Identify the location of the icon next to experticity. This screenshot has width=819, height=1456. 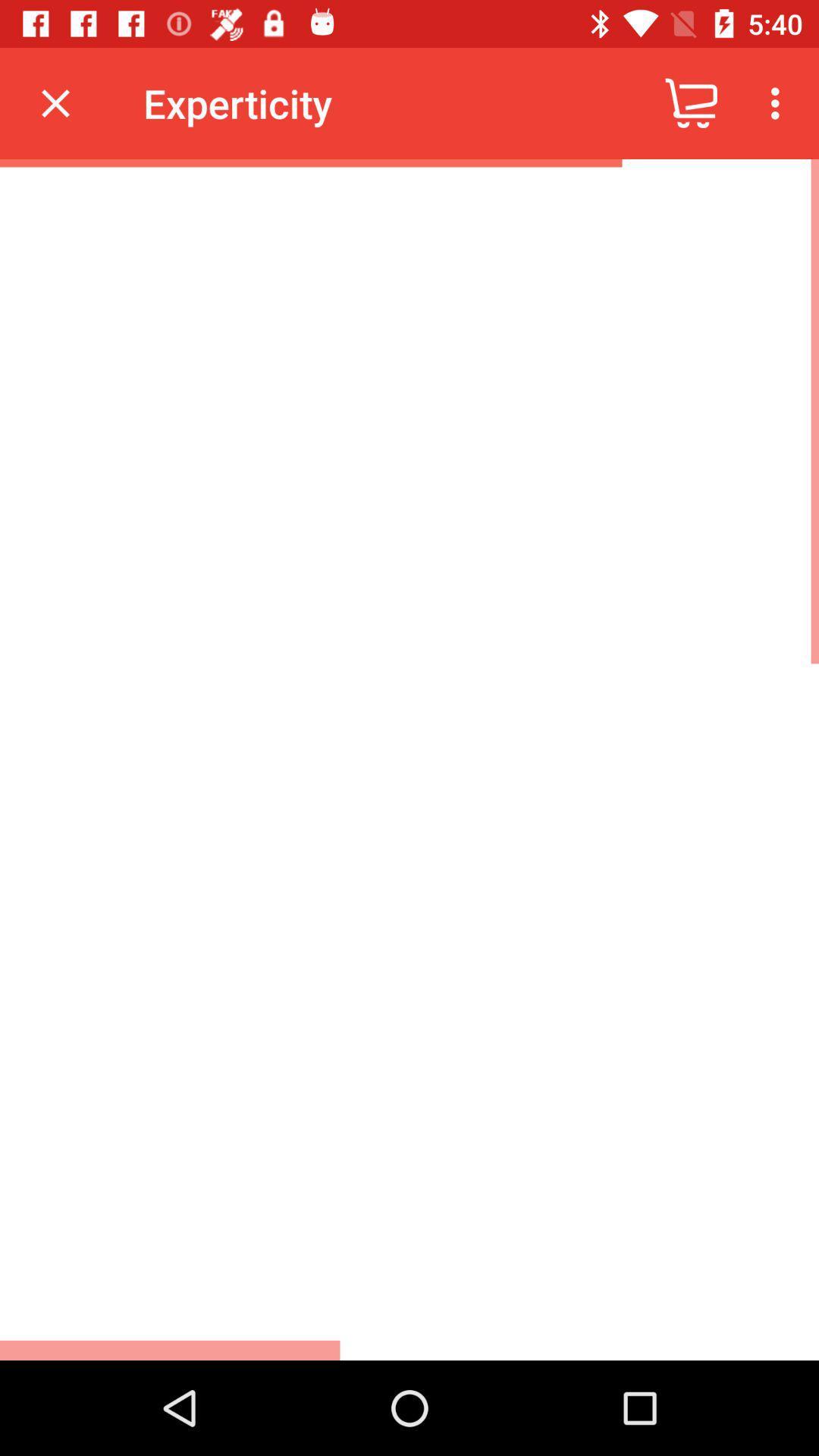
(691, 102).